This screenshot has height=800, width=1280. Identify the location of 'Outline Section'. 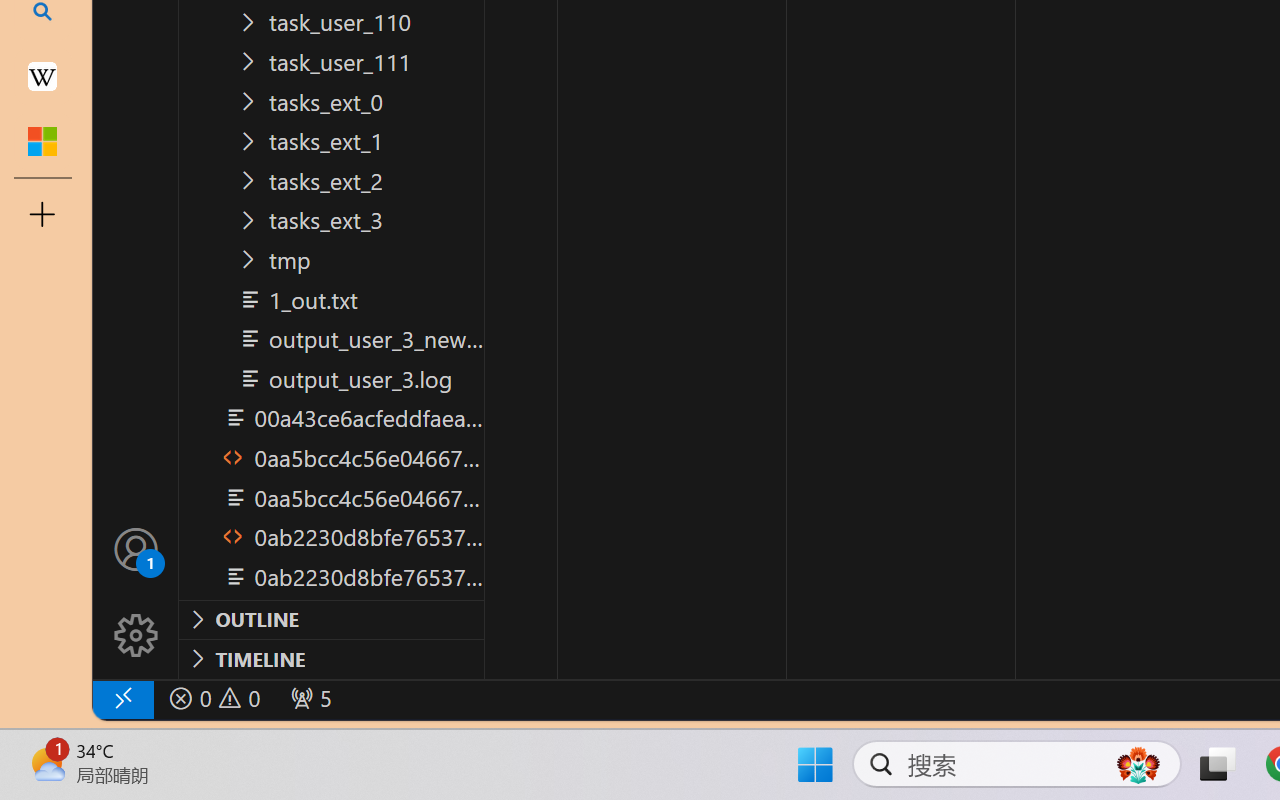
(331, 619).